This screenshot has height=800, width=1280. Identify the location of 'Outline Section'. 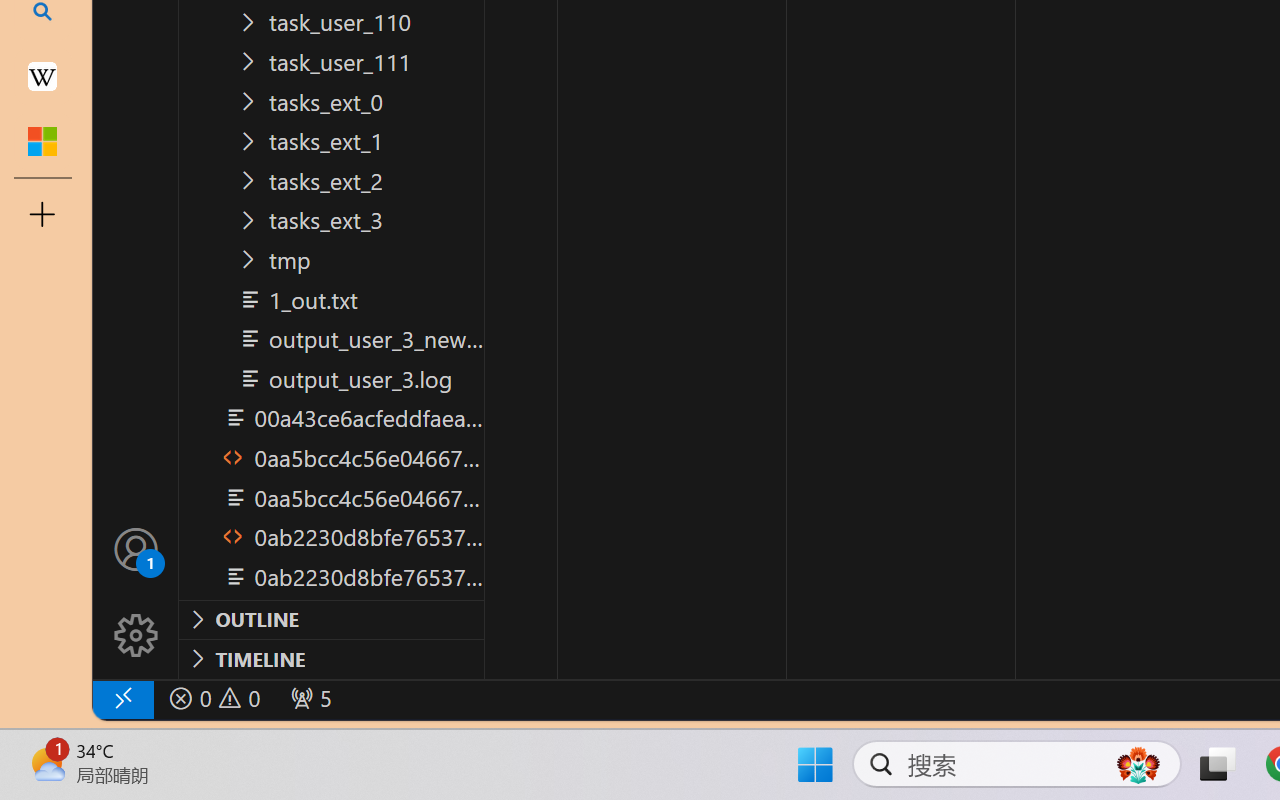
(331, 619).